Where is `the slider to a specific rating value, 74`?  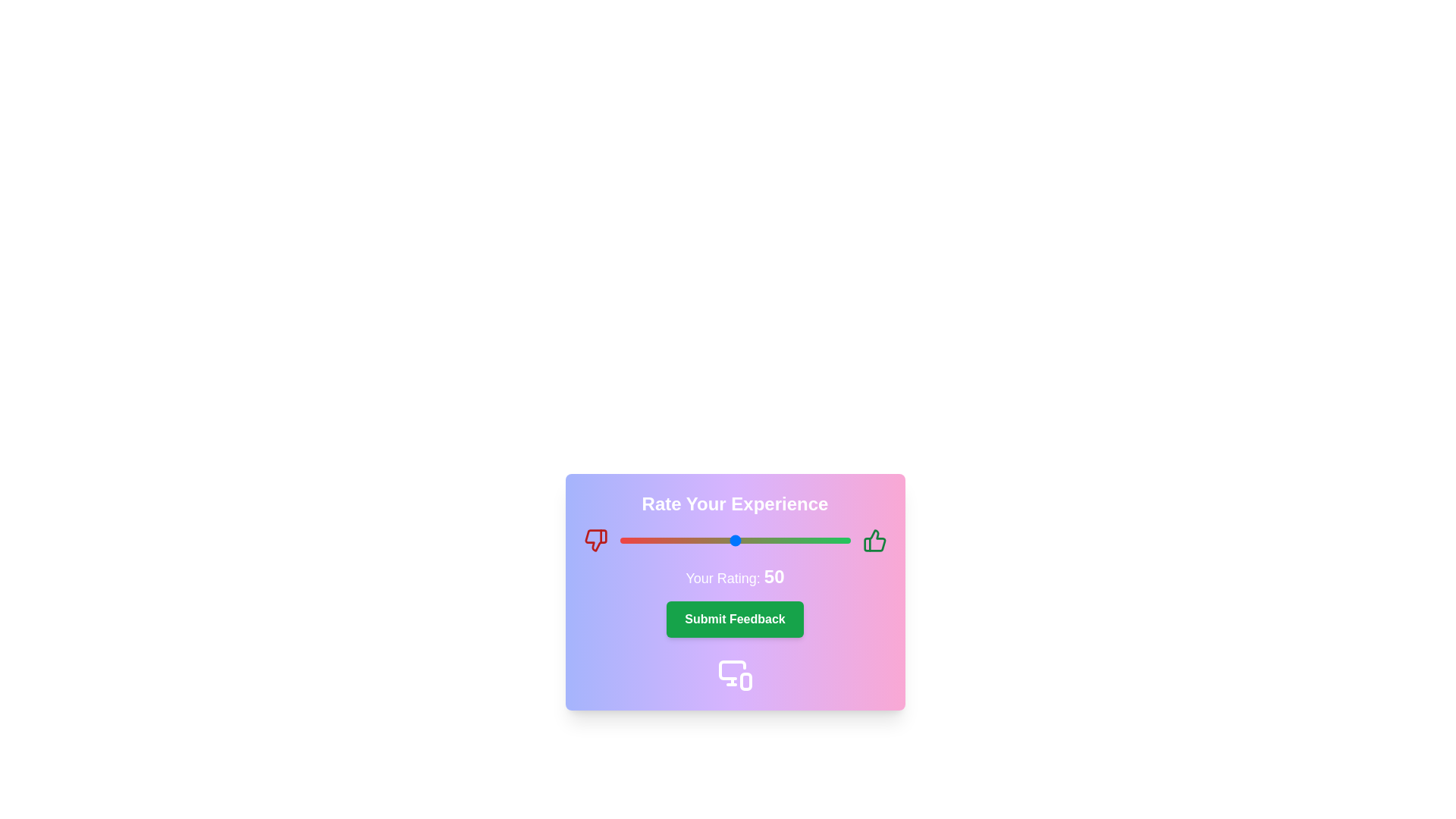 the slider to a specific rating value, 74 is located at coordinates (789, 540).